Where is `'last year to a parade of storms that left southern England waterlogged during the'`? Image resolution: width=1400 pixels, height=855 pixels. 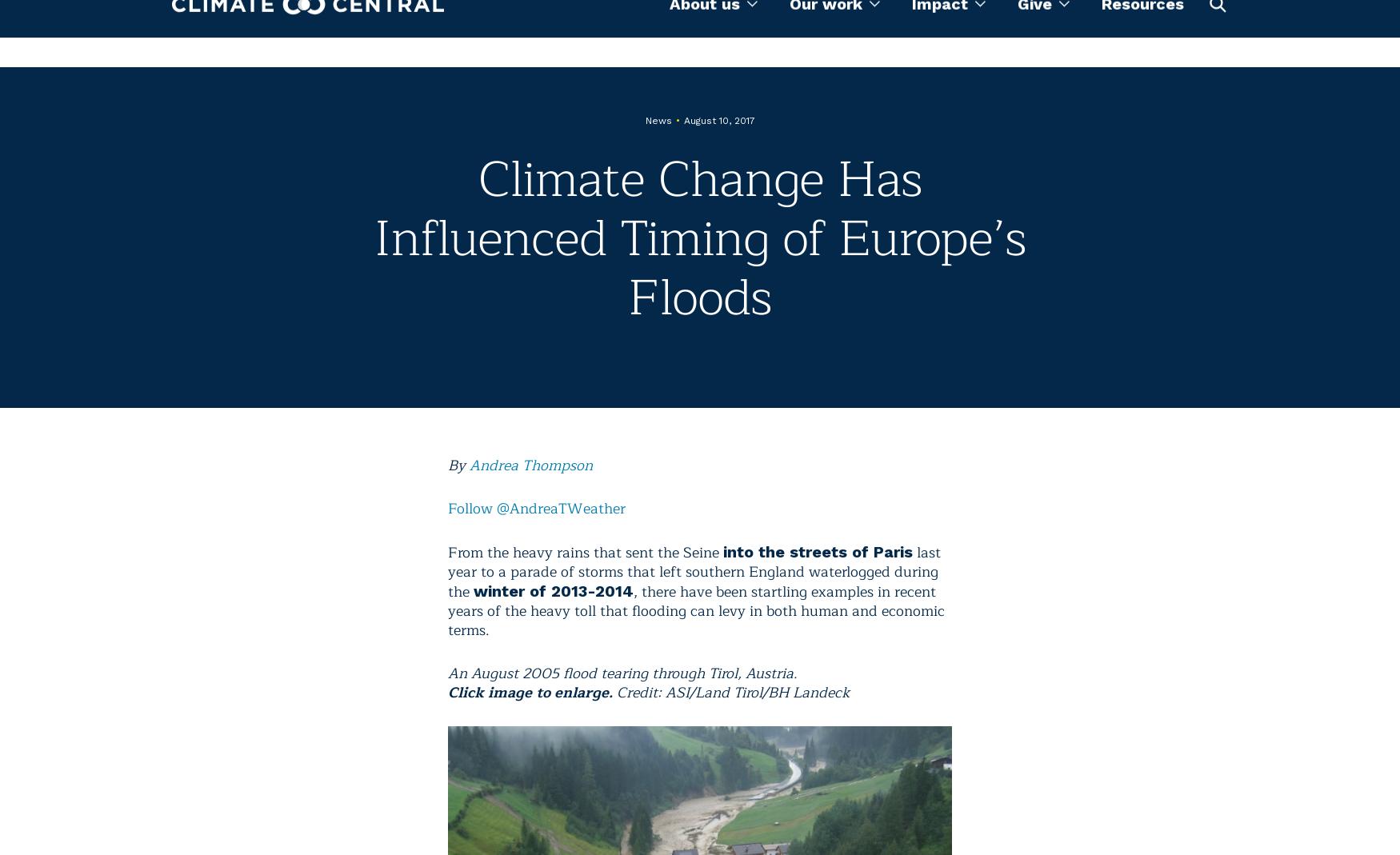 'last year to a parade of storms that left southern England waterlogged during the' is located at coordinates (447, 571).